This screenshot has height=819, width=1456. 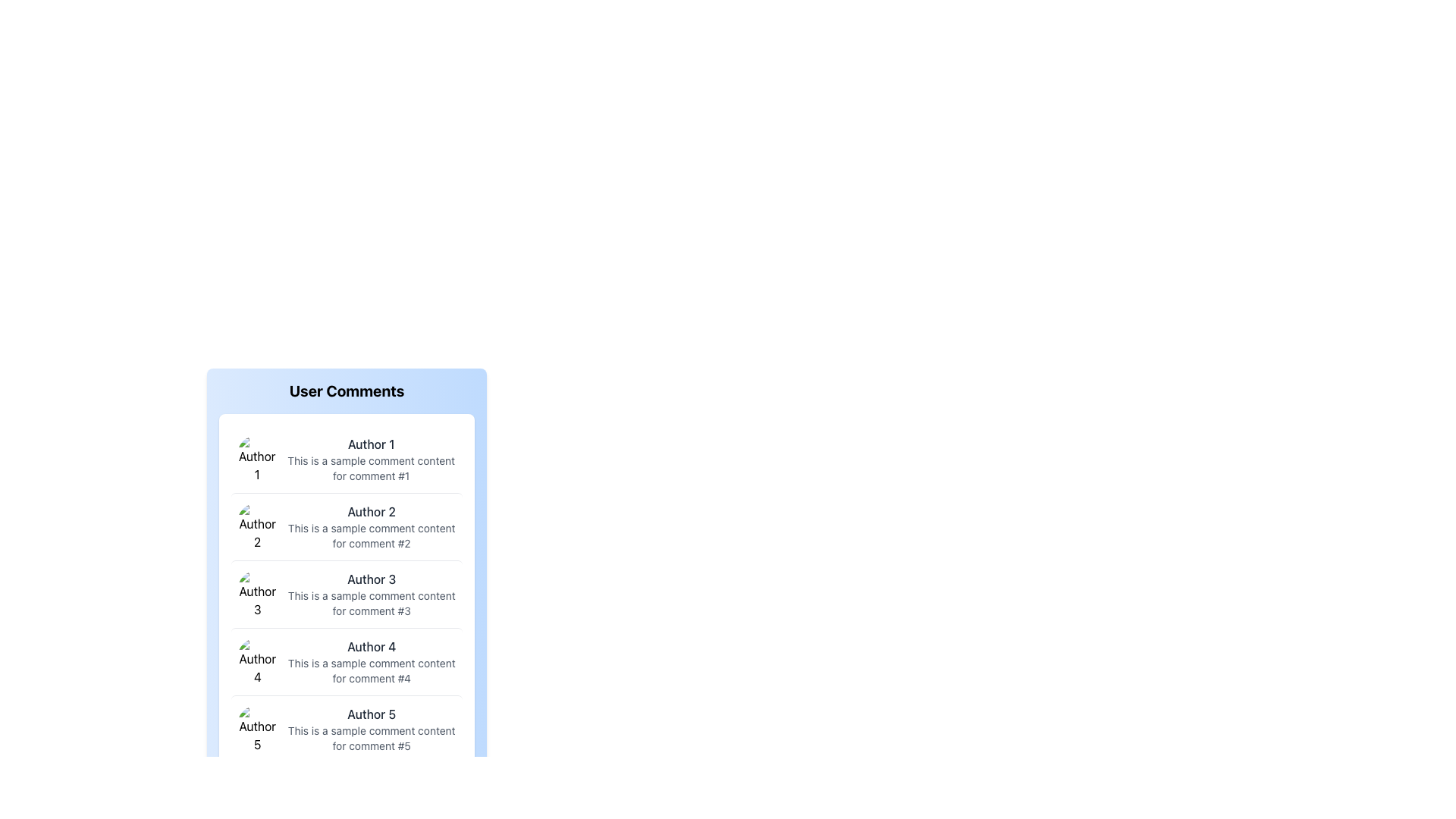 I want to click on the comment from the text block displaying 'Author 3' and the comment 'This is a sample comment content for comment #3', so click(x=372, y=593).